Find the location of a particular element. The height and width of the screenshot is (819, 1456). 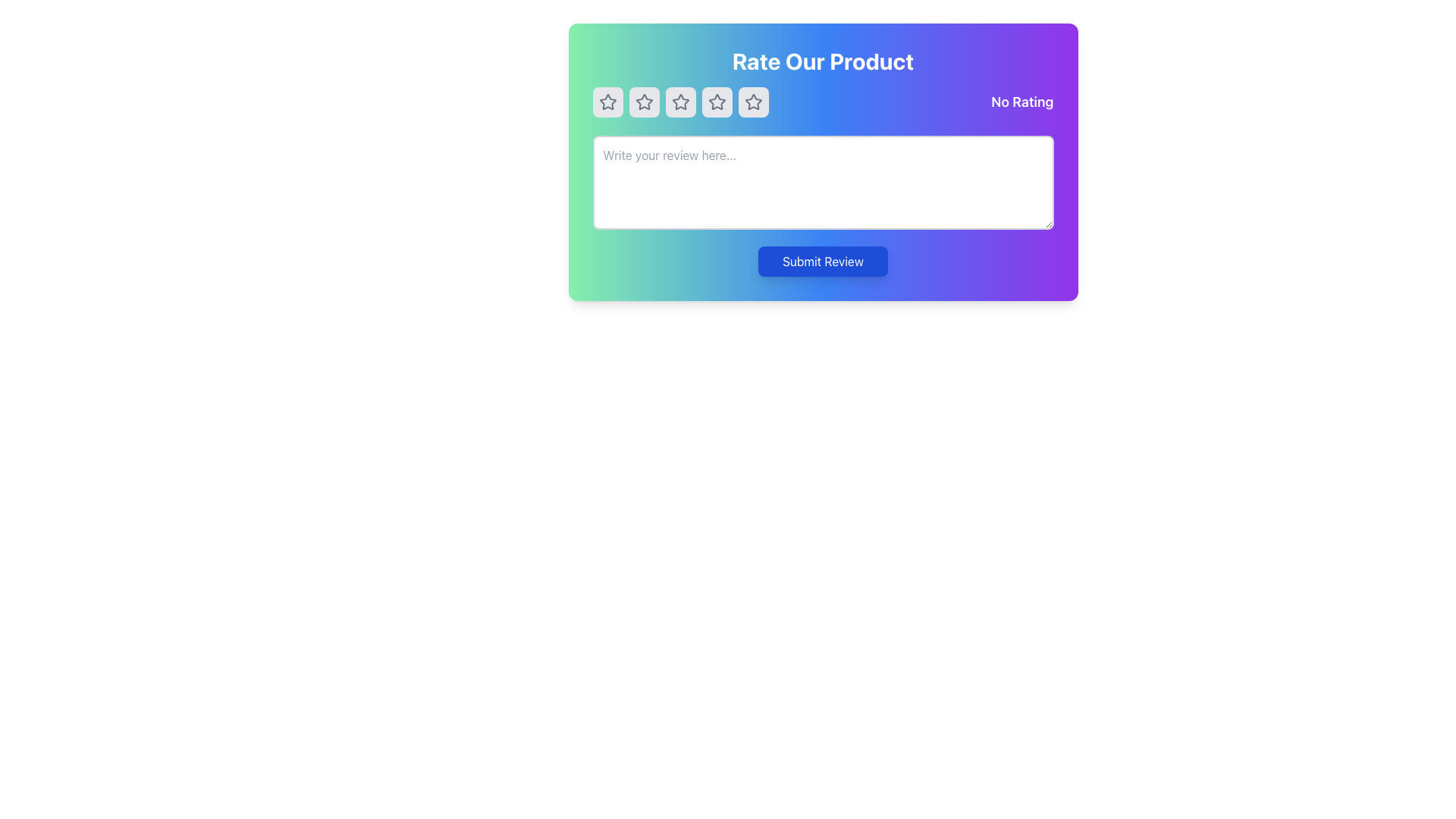

the fifth star button in the five-step rating system located in the top-left section of the gradient-colored modal under the text 'Rate Our Product' is located at coordinates (753, 102).